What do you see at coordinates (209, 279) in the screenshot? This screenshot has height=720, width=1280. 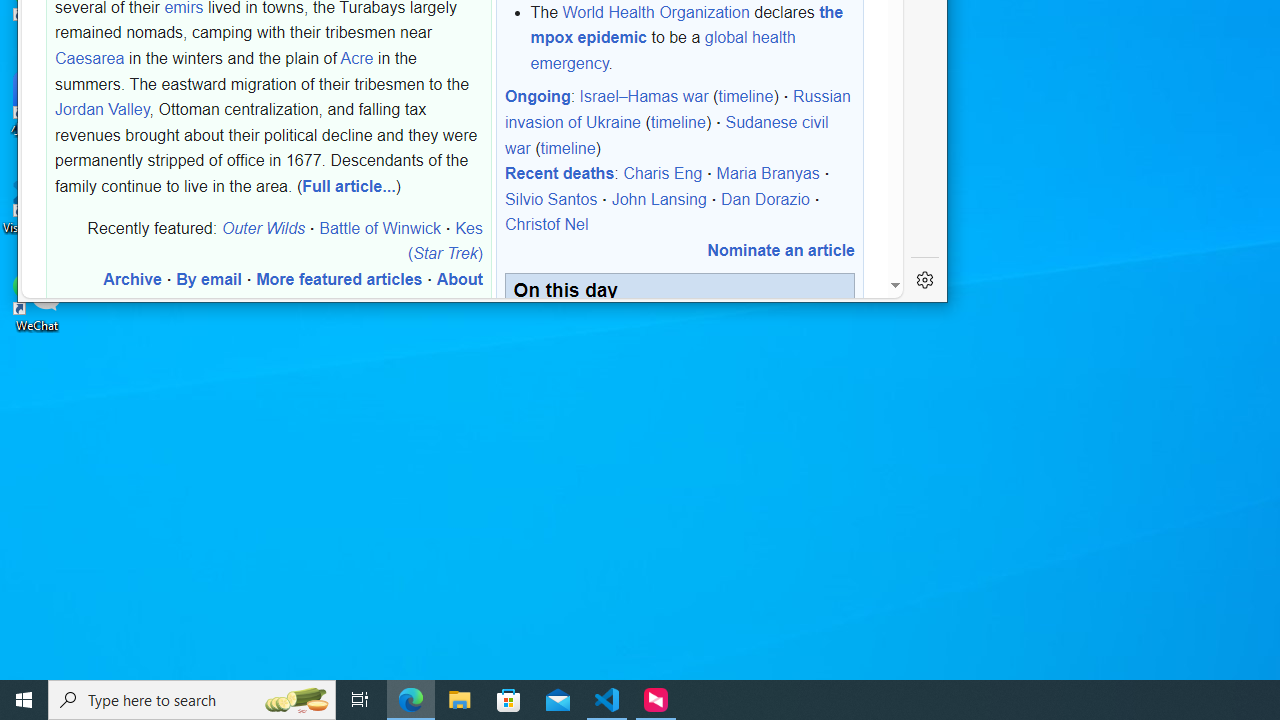 I see `'By email'` at bounding box center [209, 279].